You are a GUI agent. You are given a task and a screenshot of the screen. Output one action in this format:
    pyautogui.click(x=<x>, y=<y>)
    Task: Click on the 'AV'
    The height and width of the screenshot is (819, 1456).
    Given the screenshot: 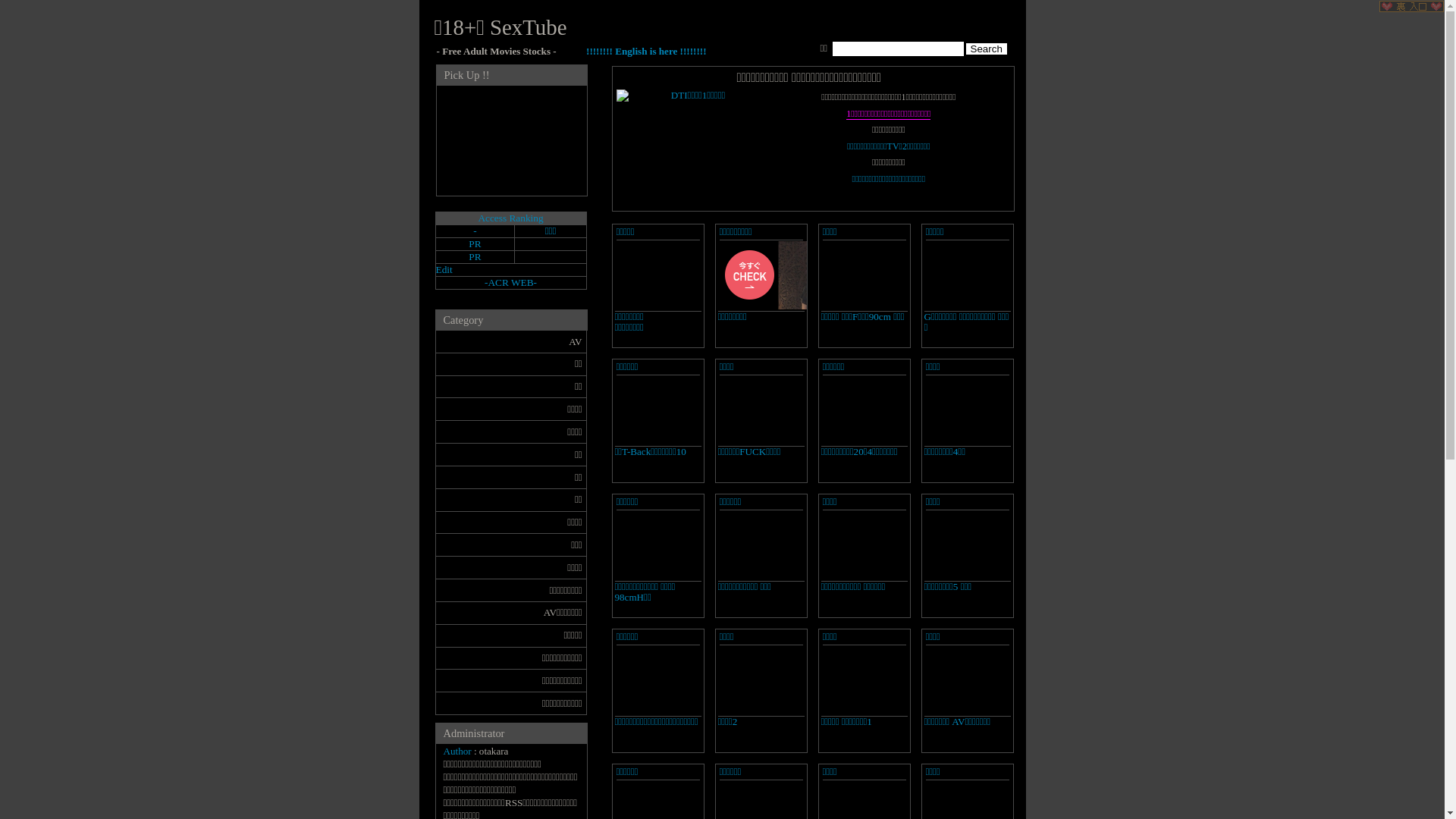 What is the action you would take?
    pyautogui.click(x=510, y=342)
    